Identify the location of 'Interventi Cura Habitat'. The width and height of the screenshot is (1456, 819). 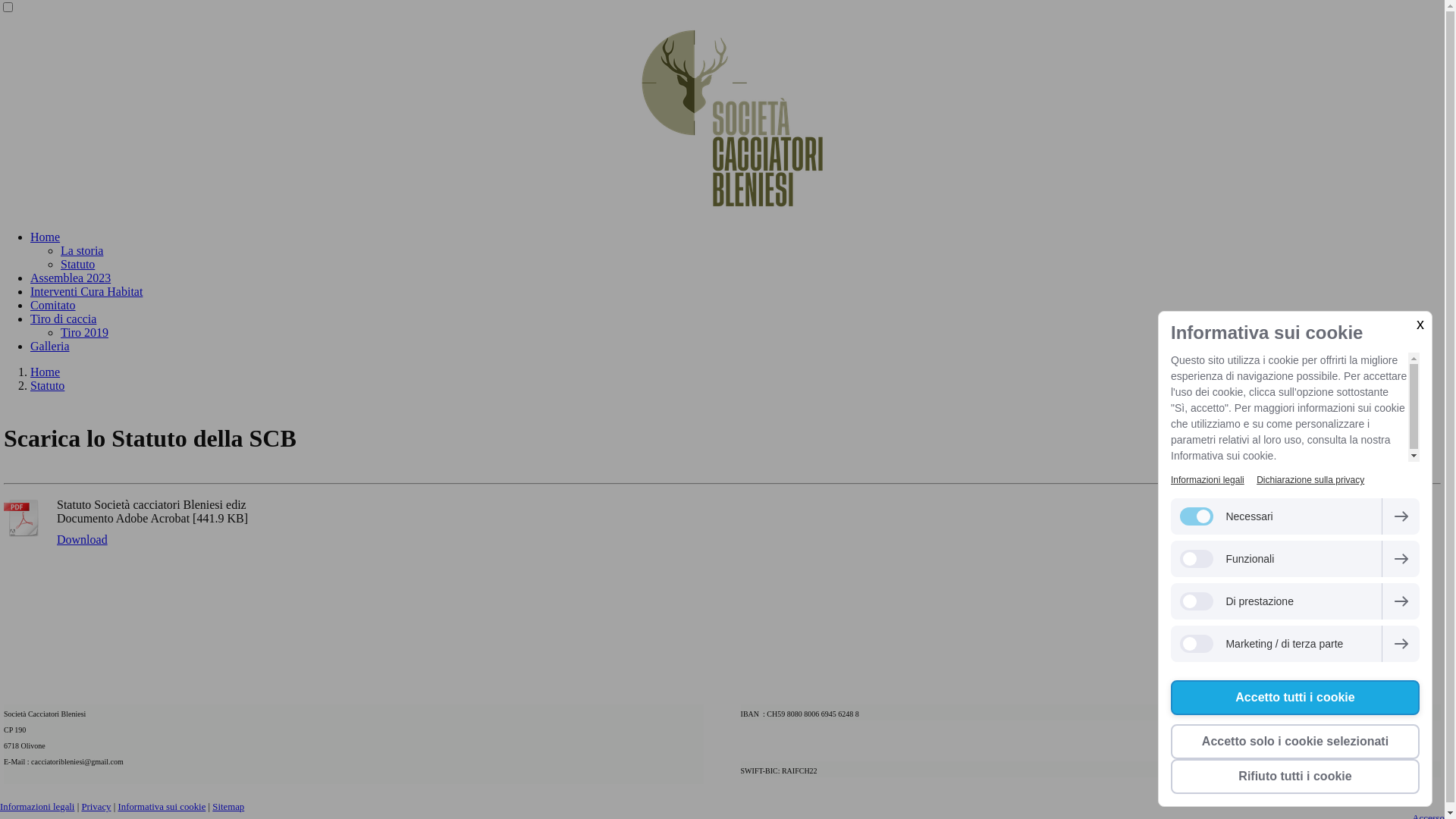
(86, 291).